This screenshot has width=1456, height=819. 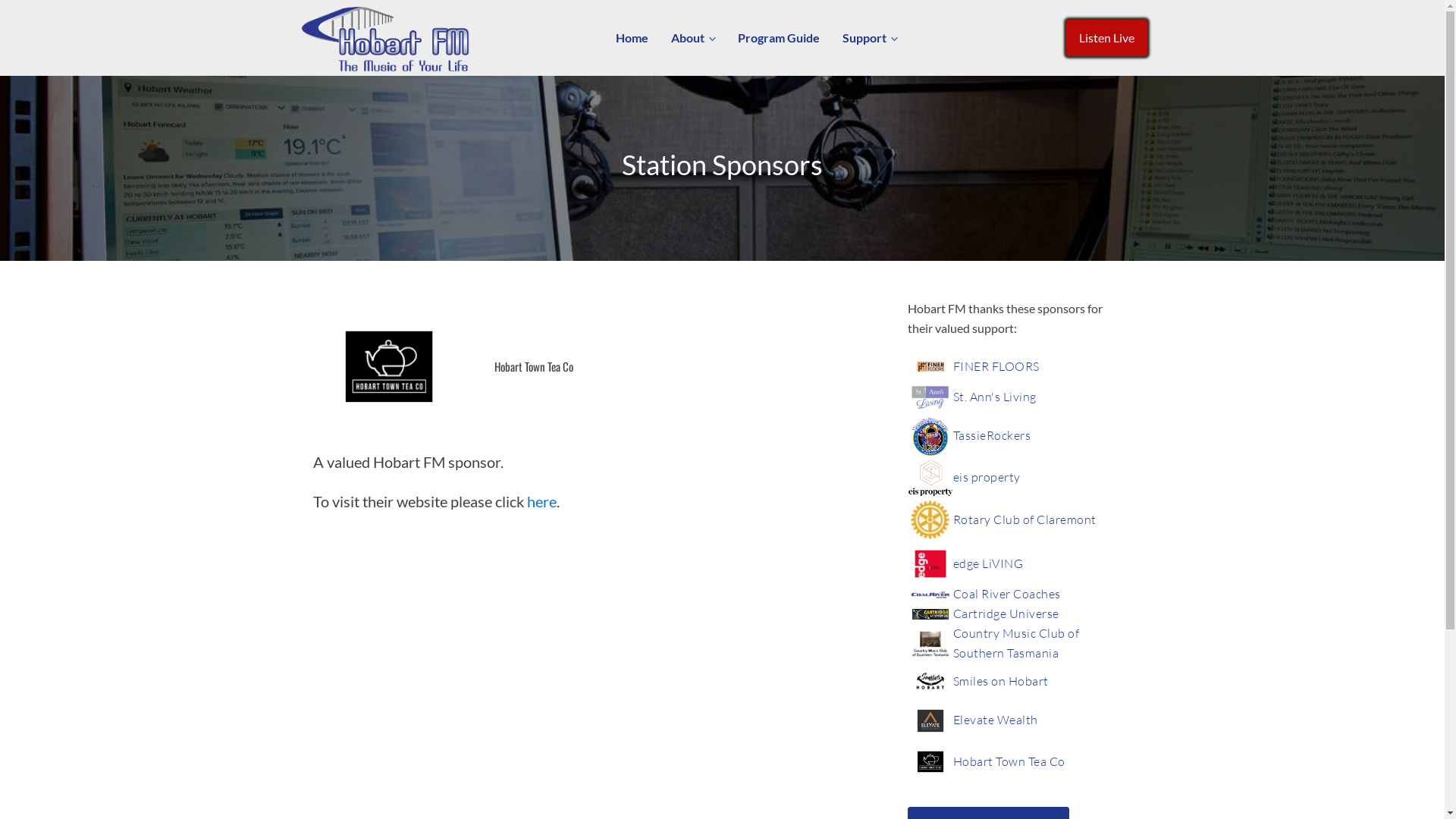 What do you see at coordinates (994, 719) in the screenshot?
I see `'Elevate Wealth'` at bounding box center [994, 719].